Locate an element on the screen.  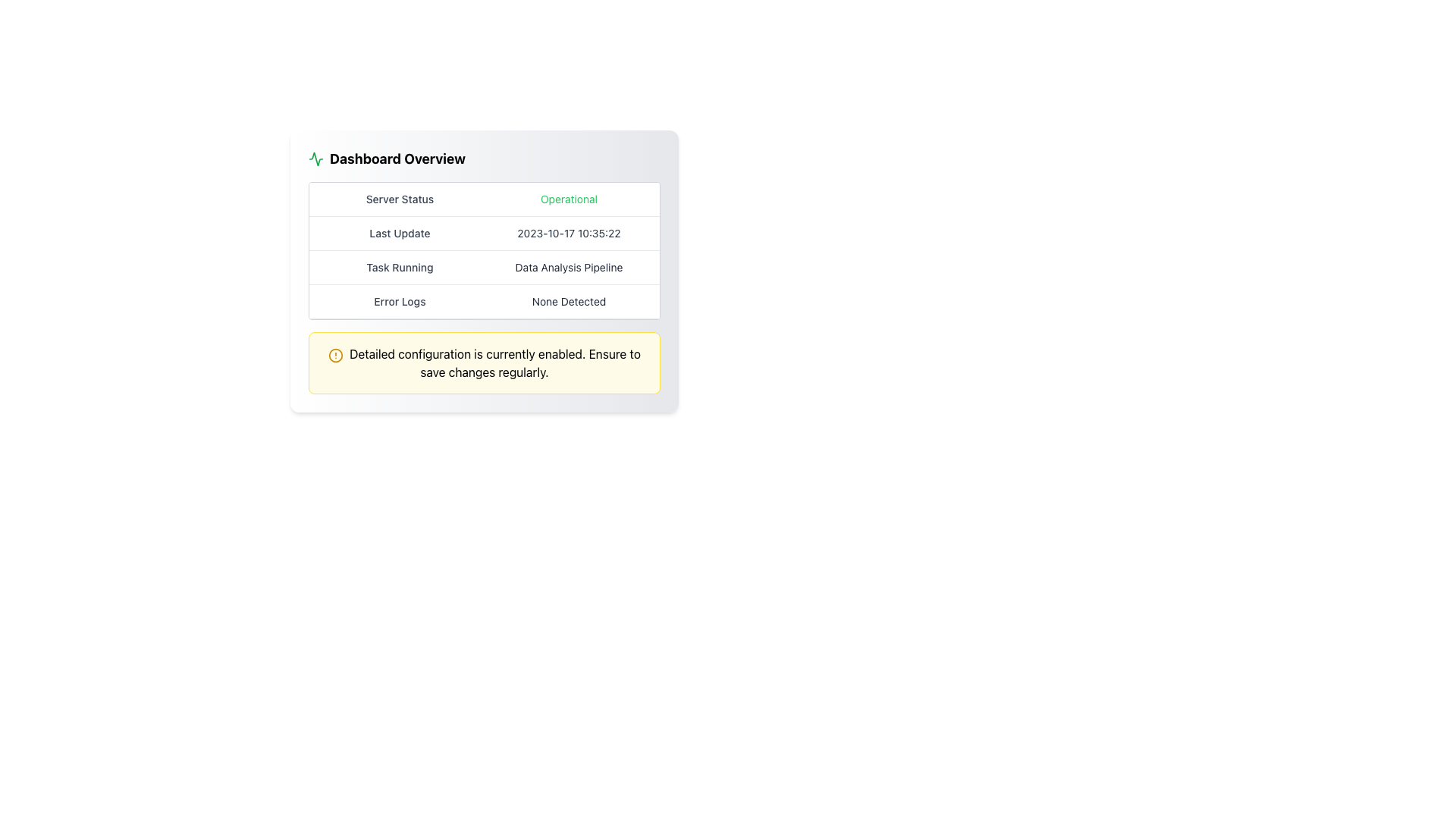
the non-interactive label text that represents the status or category for a task, located in the first column of a two-column row under the 'Dashboard Overview' heading is located at coordinates (400, 267).